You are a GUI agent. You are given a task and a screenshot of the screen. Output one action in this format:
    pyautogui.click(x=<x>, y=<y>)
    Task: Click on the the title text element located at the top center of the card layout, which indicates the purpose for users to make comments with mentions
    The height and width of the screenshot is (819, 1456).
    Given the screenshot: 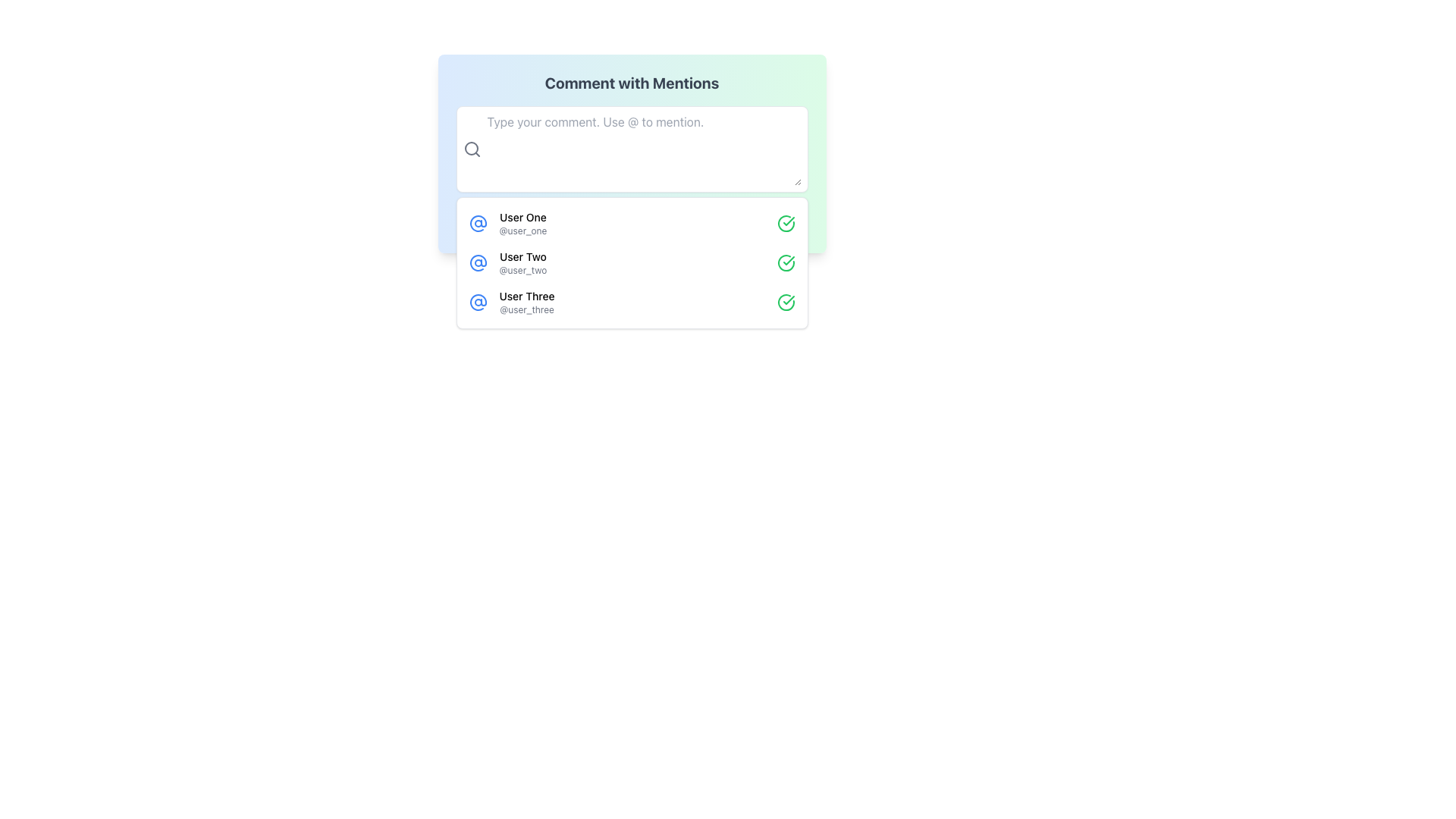 What is the action you would take?
    pyautogui.click(x=632, y=83)
    